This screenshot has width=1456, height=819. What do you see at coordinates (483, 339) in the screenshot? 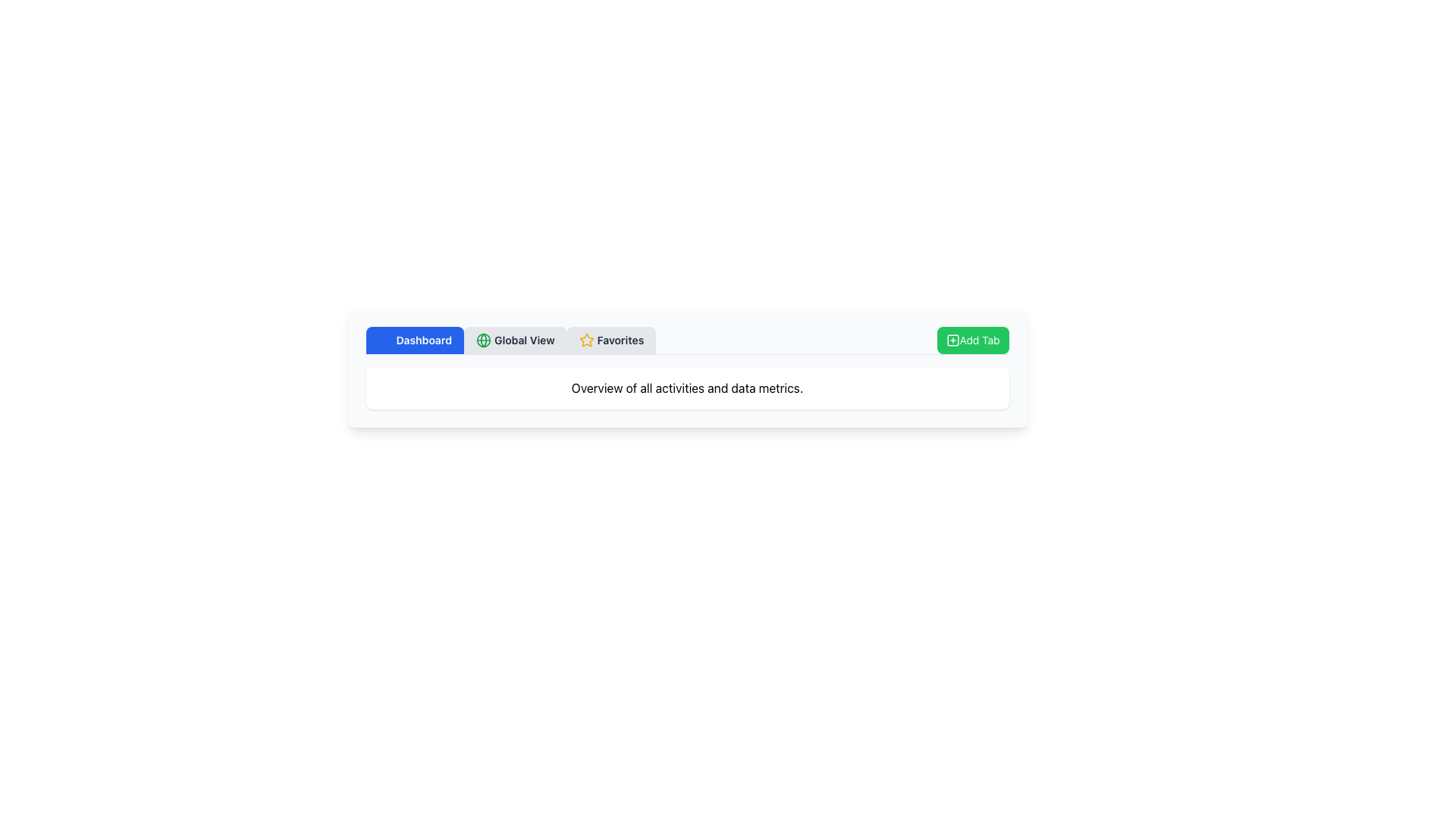
I see `the Circle SVG element that represents the 'Global View' icon in the navigation menu, located between the 'Dashboard' and 'Favorites' tabs` at bounding box center [483, 339].